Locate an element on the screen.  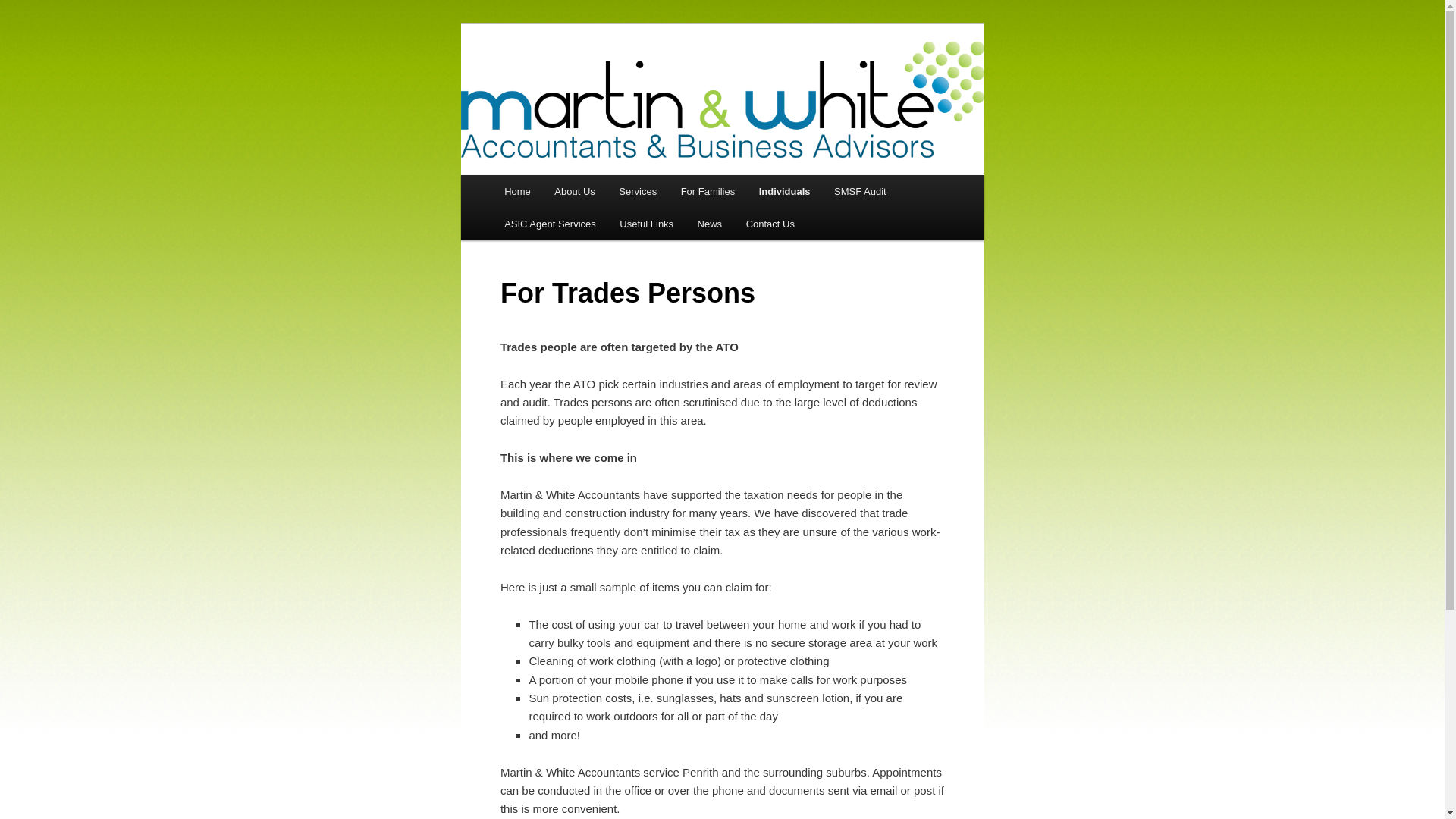
'Skip to primary content' is located at coordinates (514, 174).